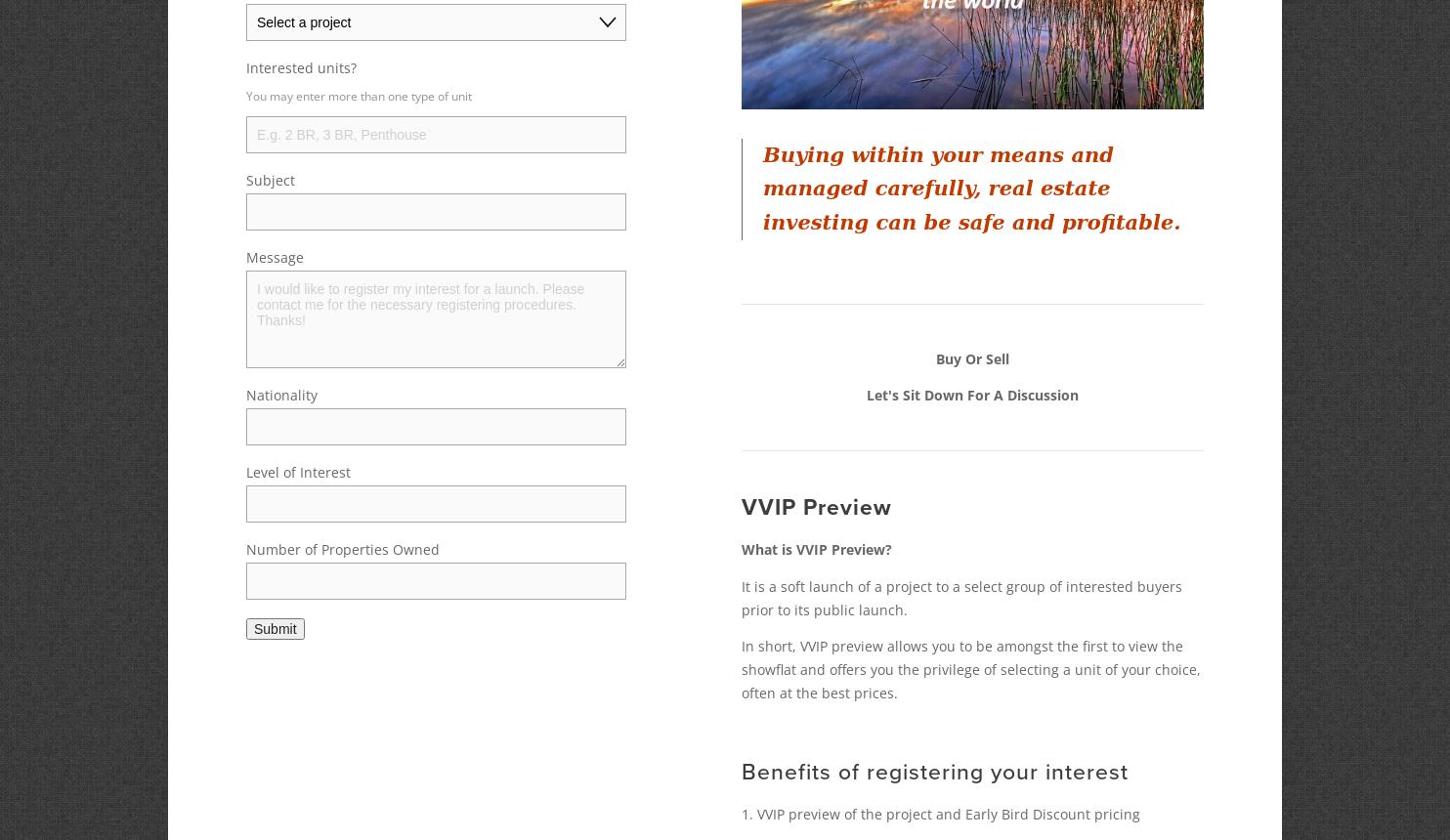 This screenshot has width=1450, height=840. What do you see at coordinates (741, 669) in the screenshot?
I see `'In short, VVIP preview allows you to be amongst the first to view the showflat and offers you the privilege of selecting a unit of your choice, often at the best prices.'` at bounding box center [741, 669].